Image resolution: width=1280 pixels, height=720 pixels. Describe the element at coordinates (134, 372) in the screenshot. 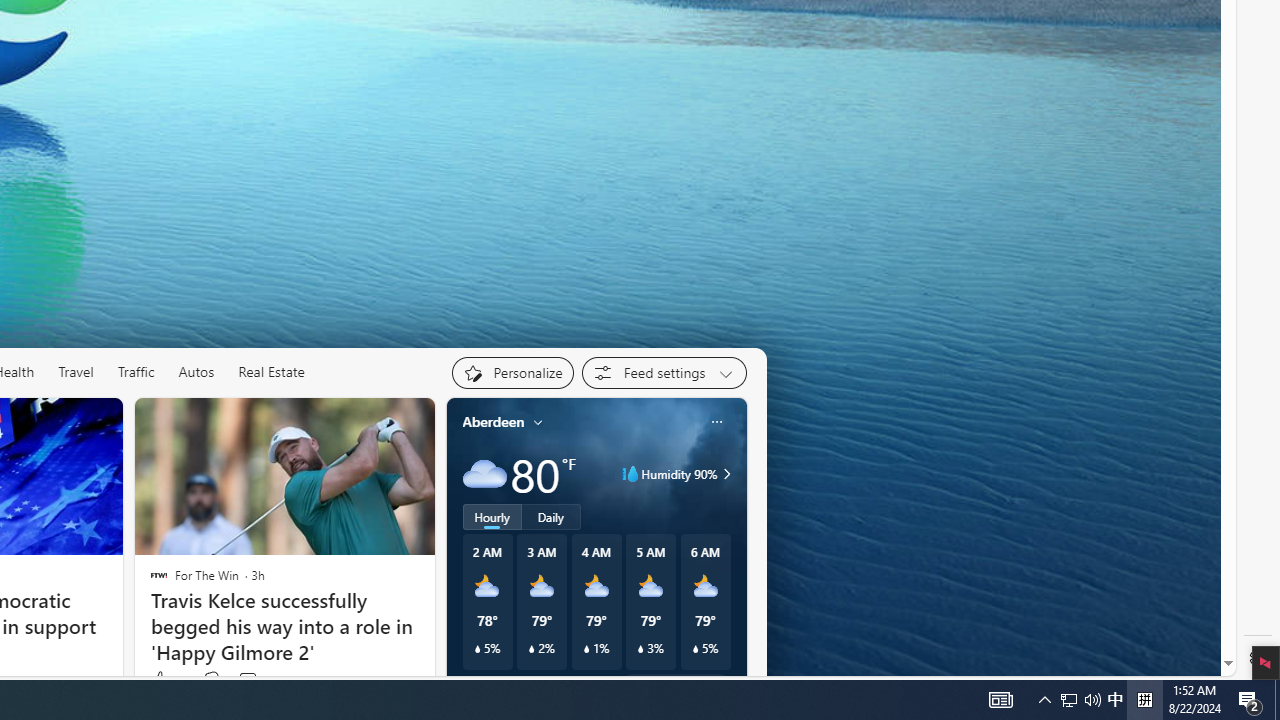

I see `'Traffic'` at that location.